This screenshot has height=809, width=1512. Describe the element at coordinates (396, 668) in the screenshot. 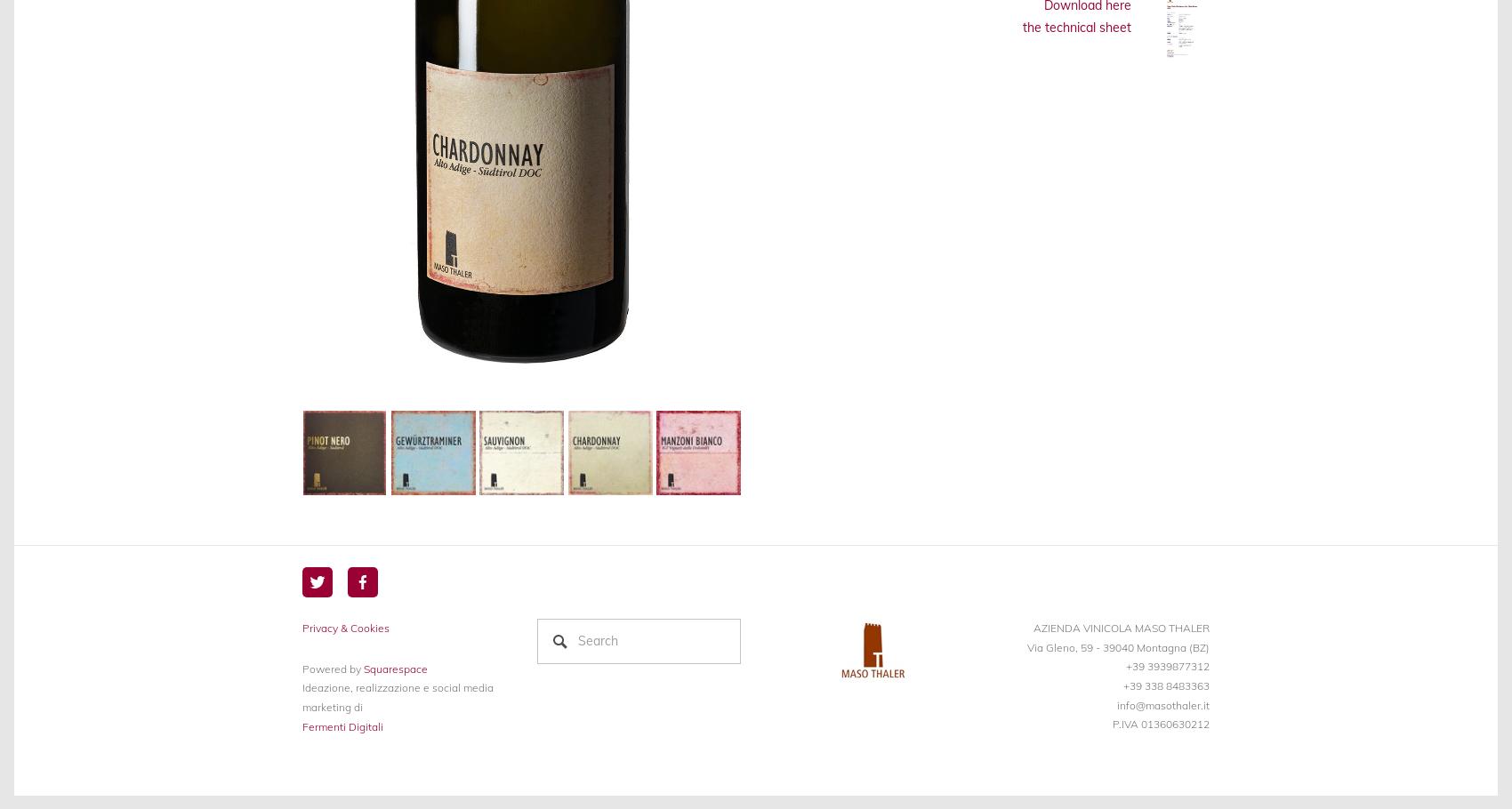

I see `'Squarespace'` at that location.